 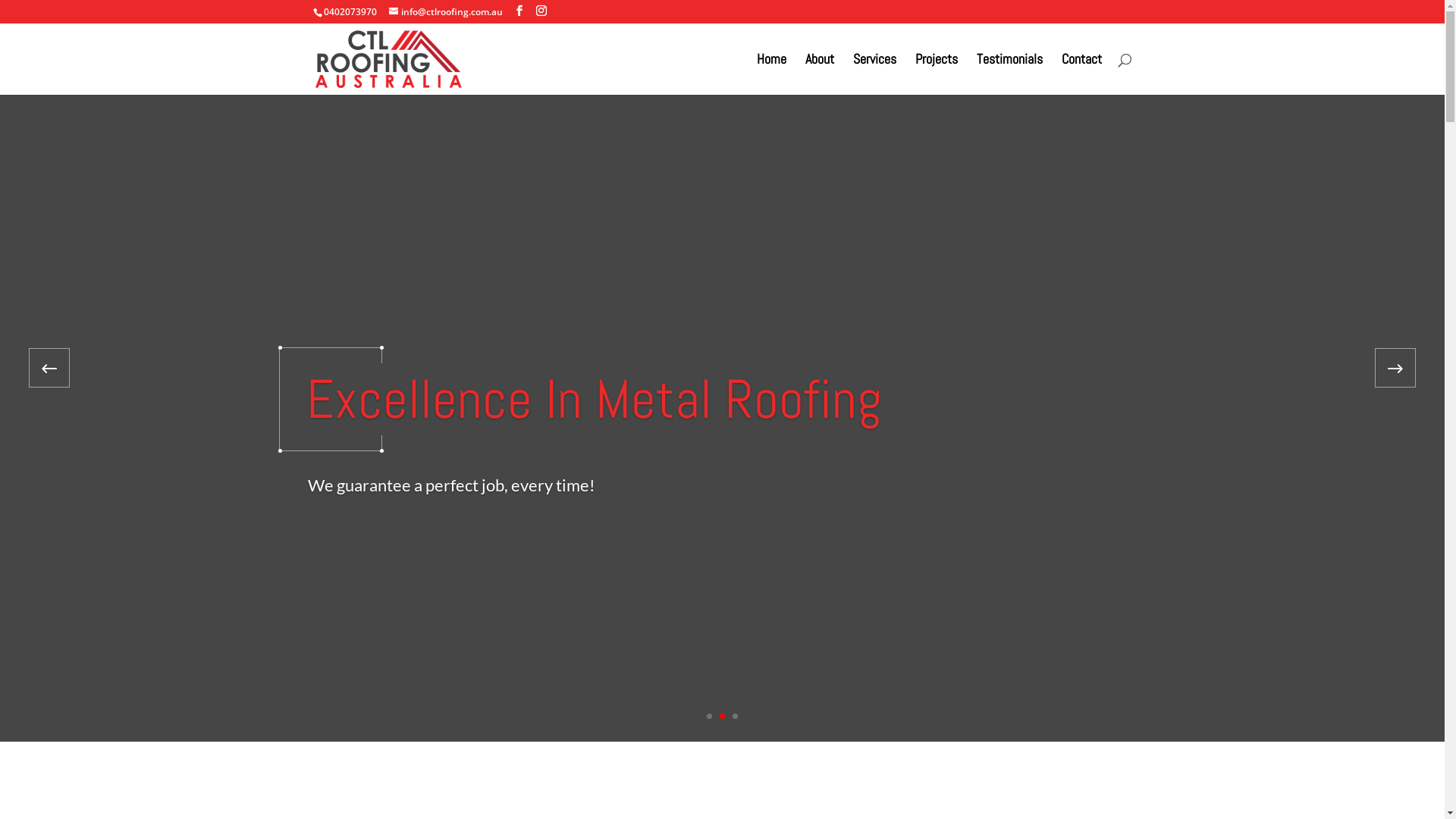 I want to click on 'Services', so click(x=874, y=74).